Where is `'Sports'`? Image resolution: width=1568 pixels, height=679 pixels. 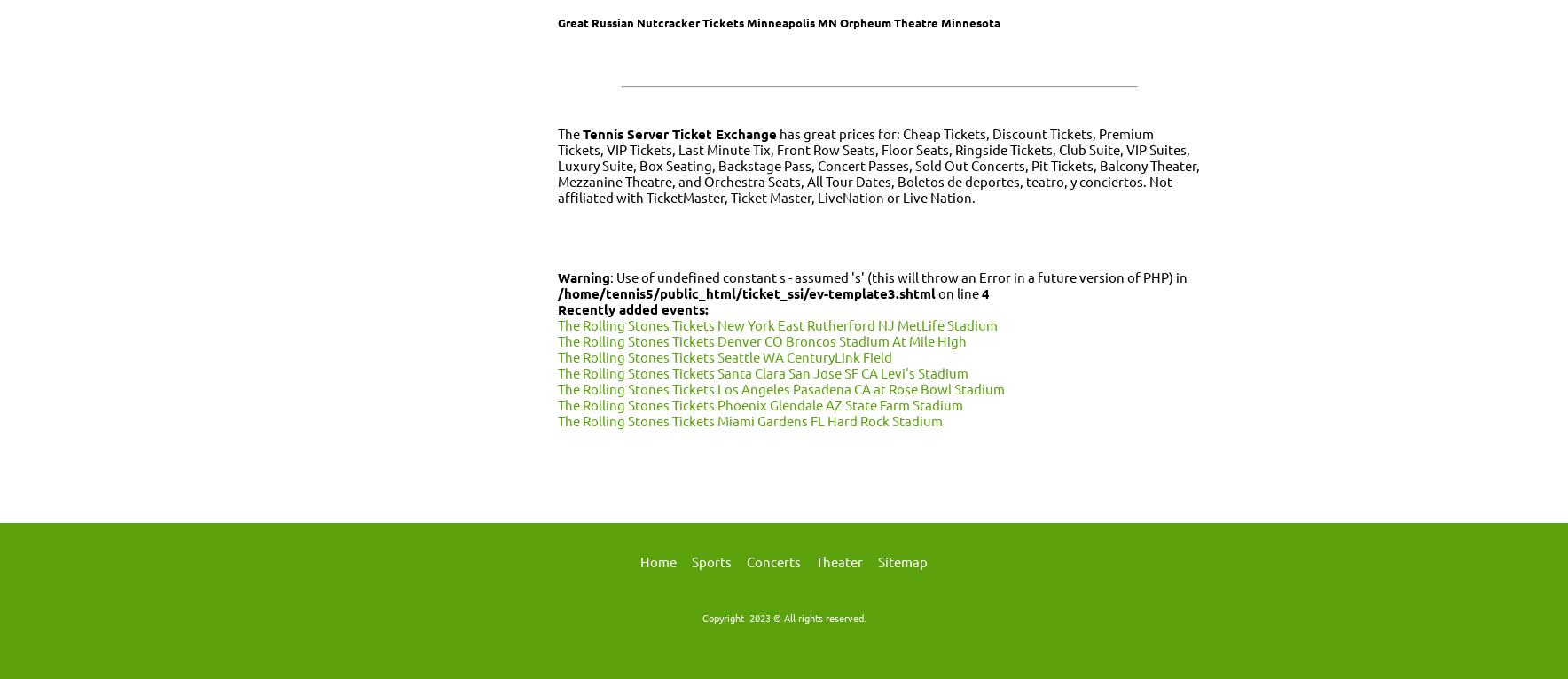 'Sports' is located at coordinates (711, 560).